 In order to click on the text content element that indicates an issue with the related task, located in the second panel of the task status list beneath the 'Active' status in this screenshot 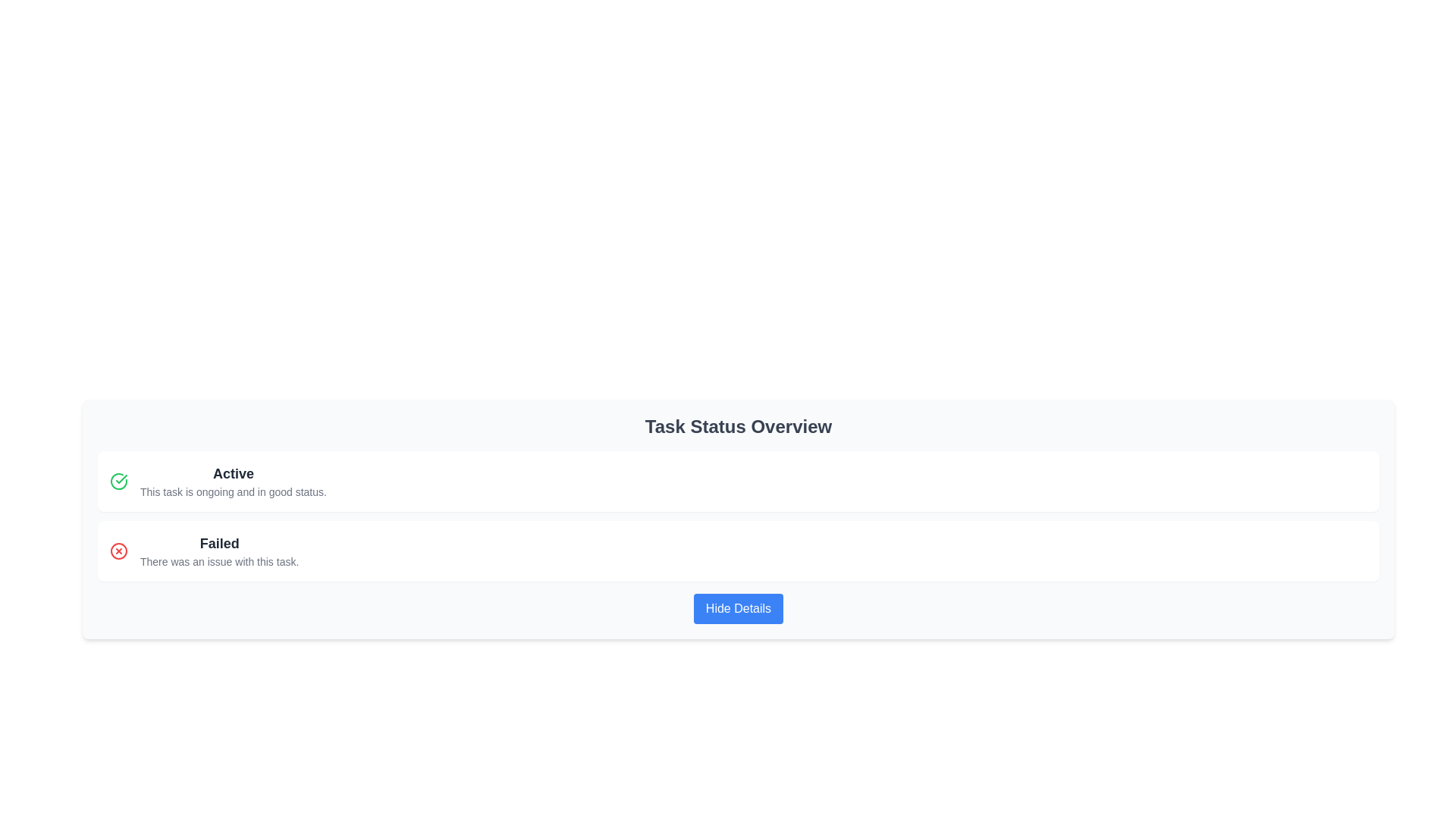, I will do `click(218, 551)`.